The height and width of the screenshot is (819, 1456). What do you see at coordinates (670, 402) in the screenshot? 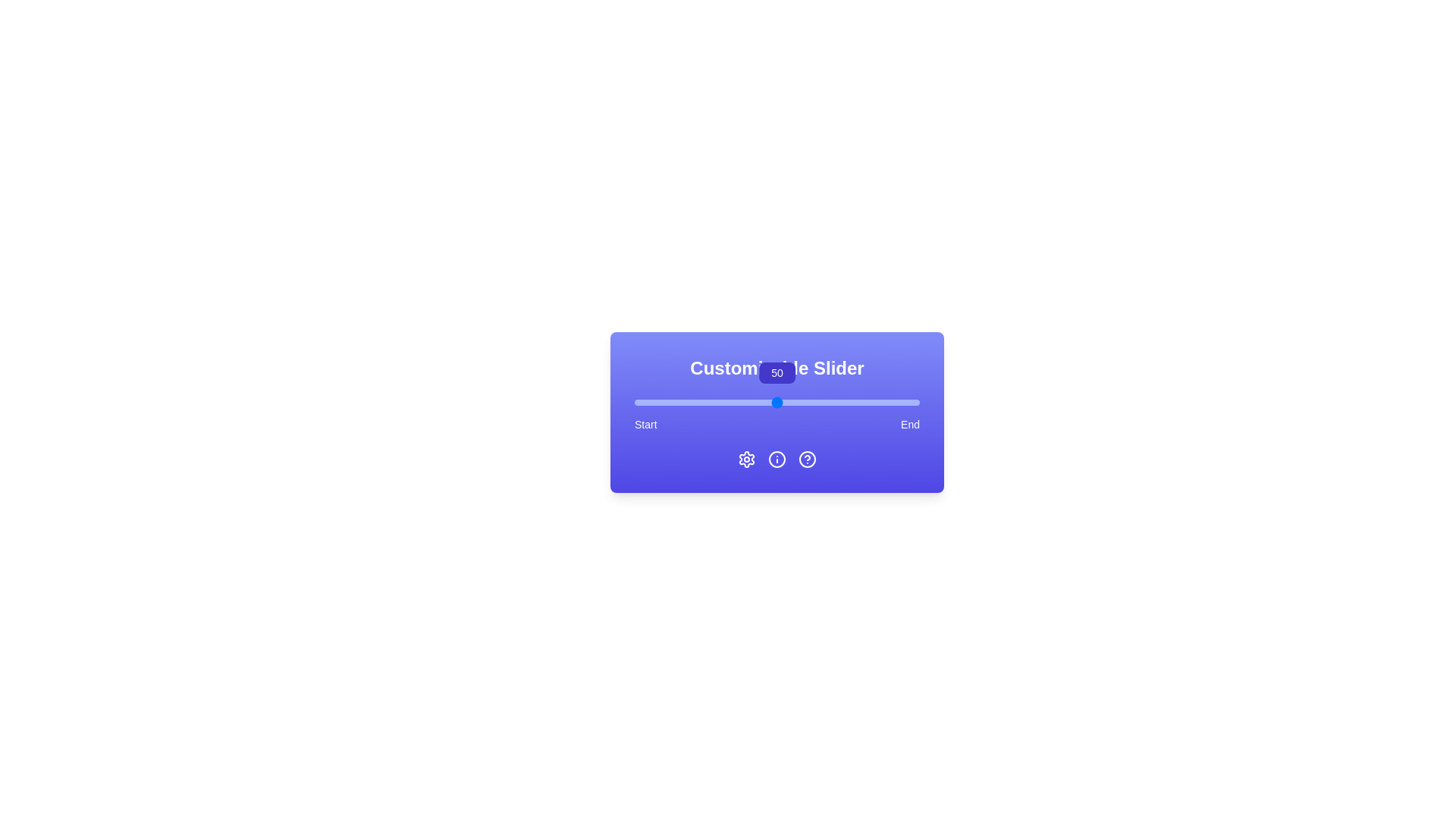
I see `the slider to set the value to 13` at bounding box center [670, 402].